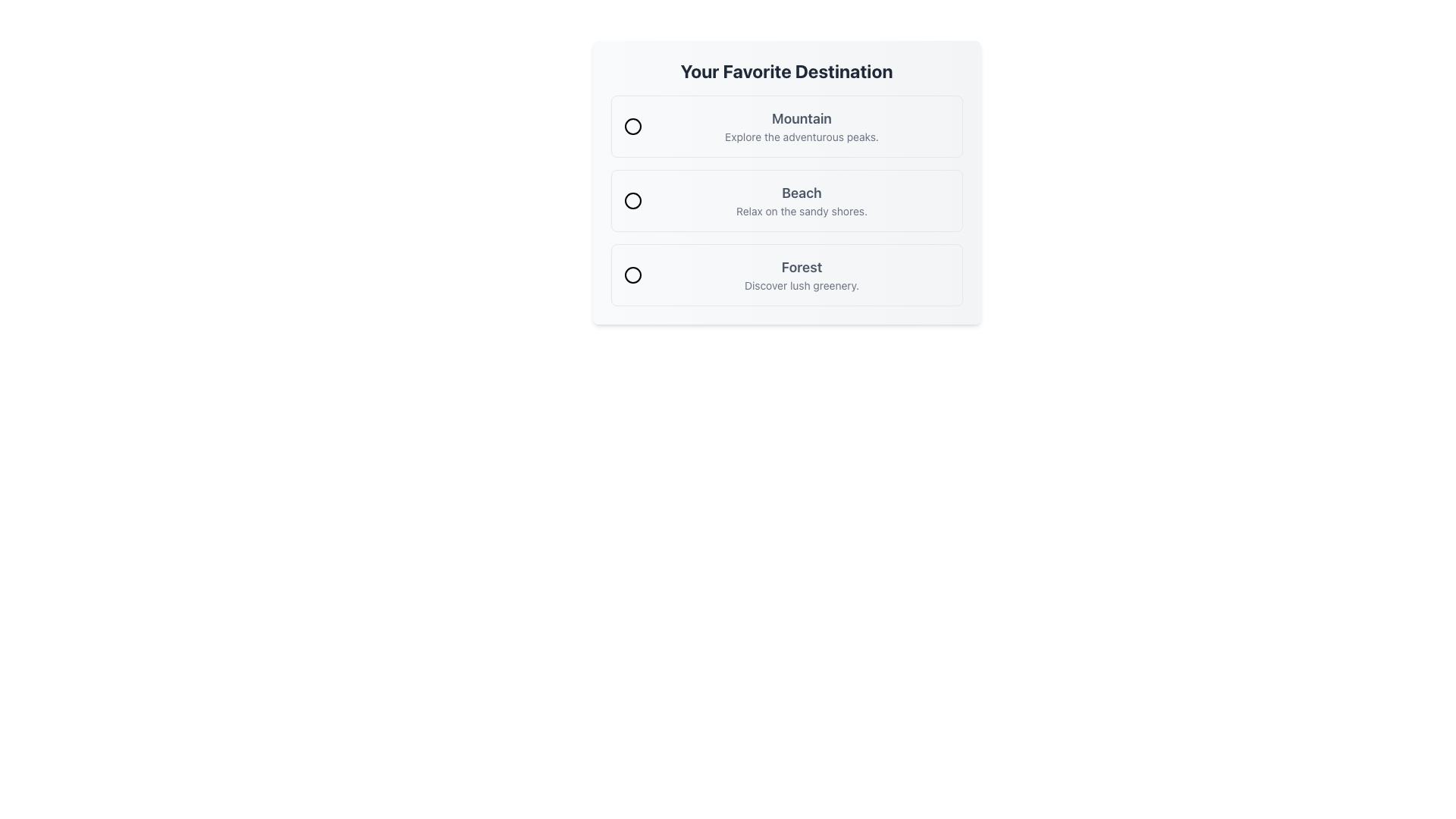  What do you see at coordinates (786, 200) in the screenshot?
I see `the second radio button option in the 'Your Favorite Destination' group` at bounding box center [786, 200].